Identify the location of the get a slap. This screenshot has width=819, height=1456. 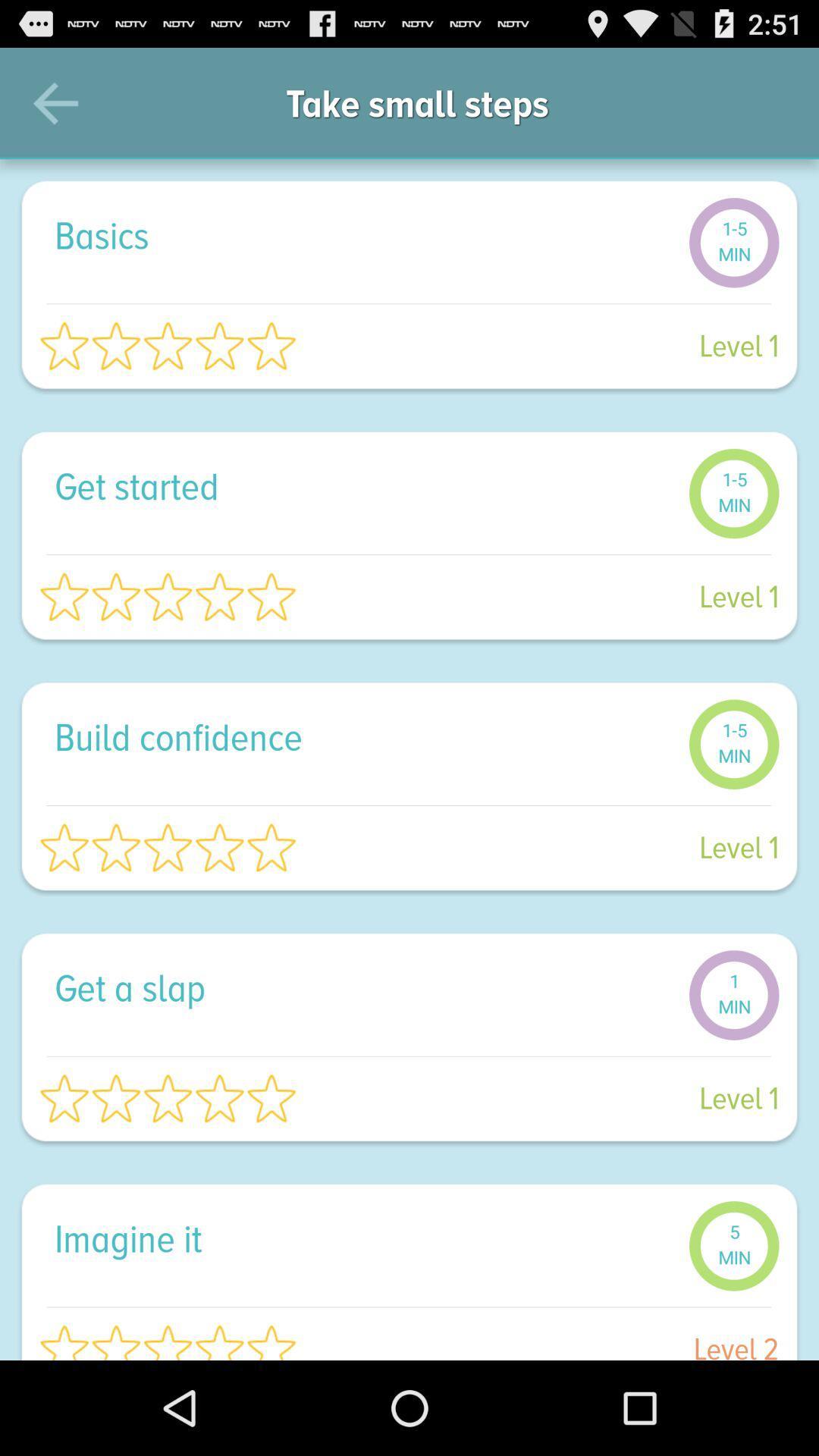
(363, 987).